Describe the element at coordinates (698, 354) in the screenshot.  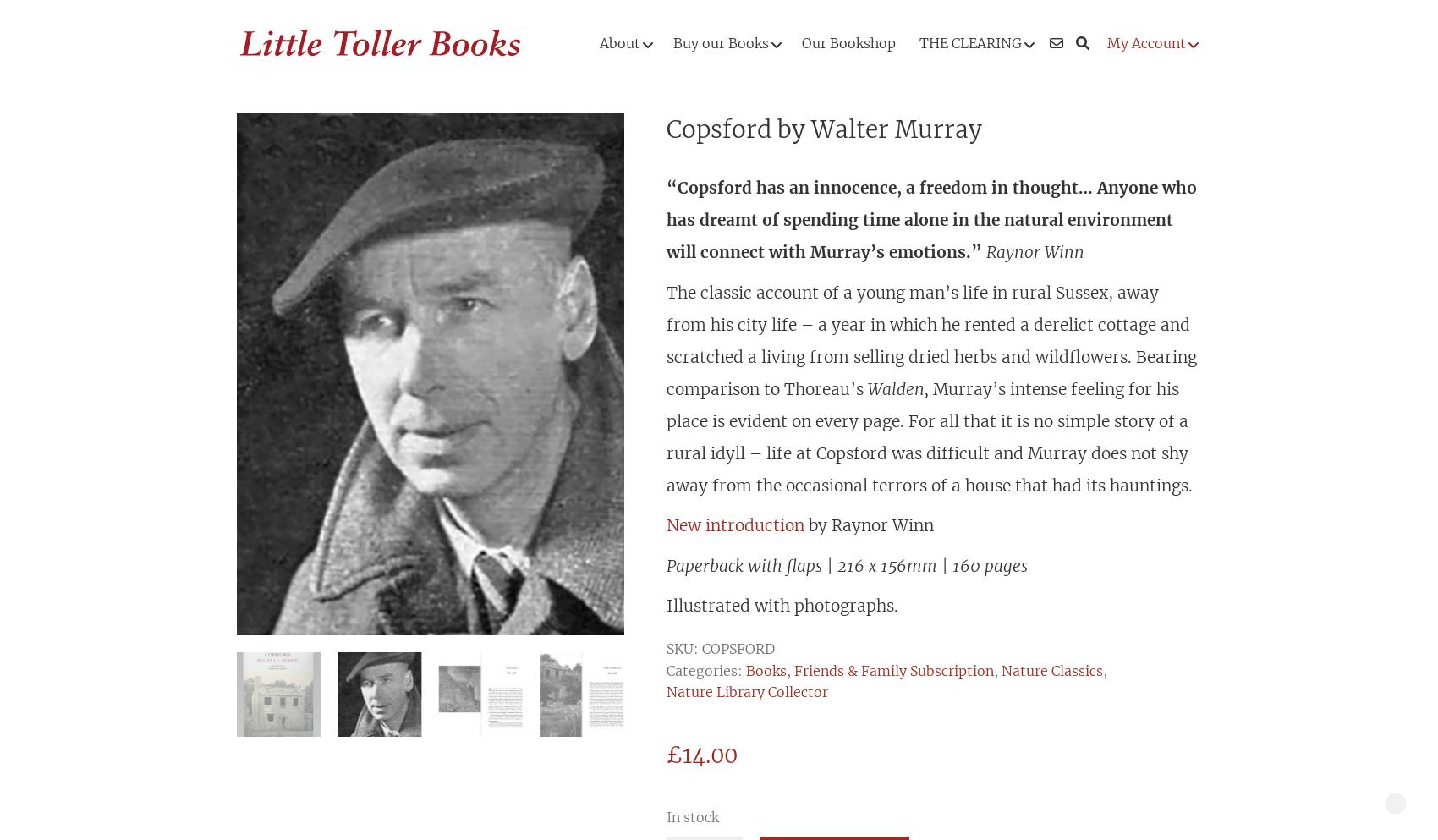
I see `'Subscriptions'` at that location.